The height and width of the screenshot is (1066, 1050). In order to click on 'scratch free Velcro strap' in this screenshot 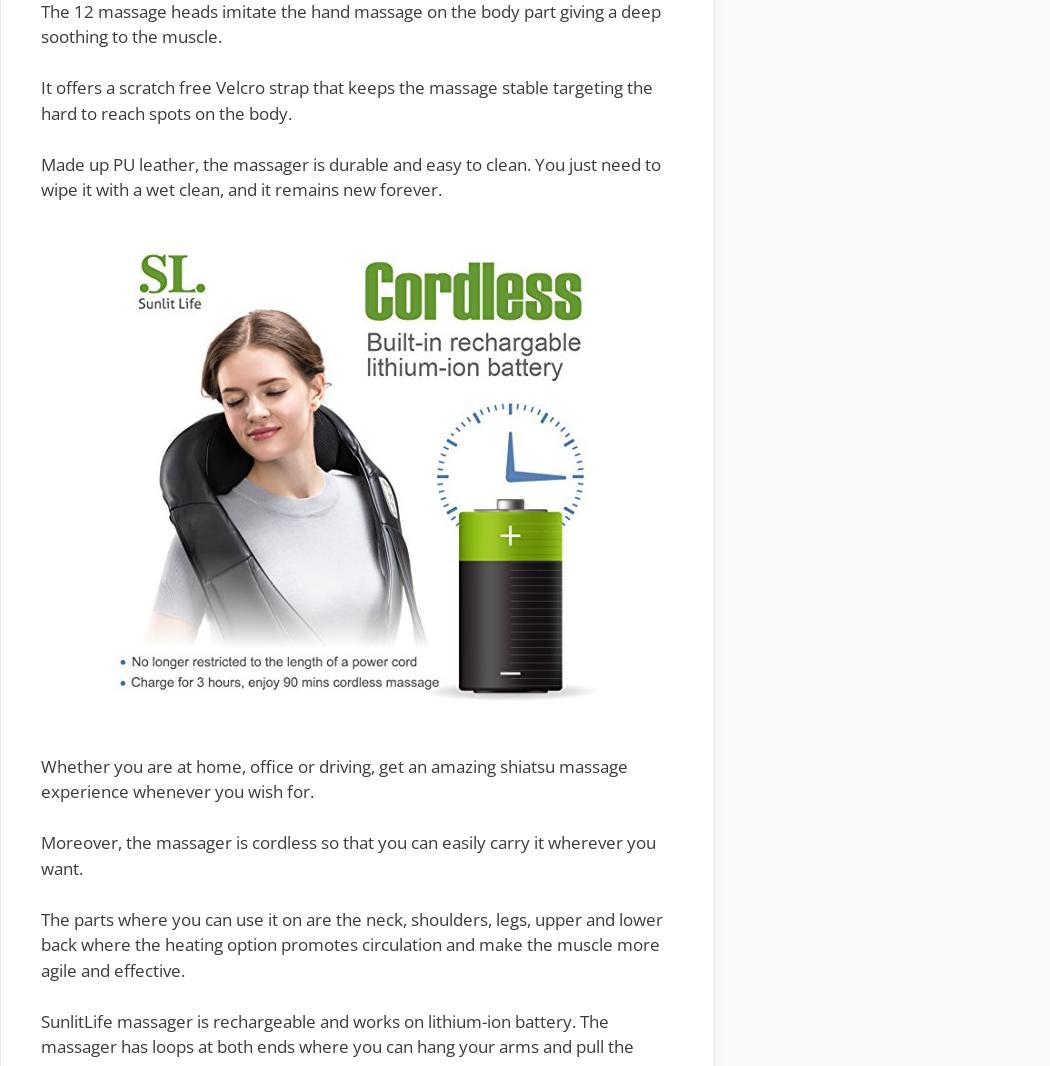, I will do `click(212, 86)`.